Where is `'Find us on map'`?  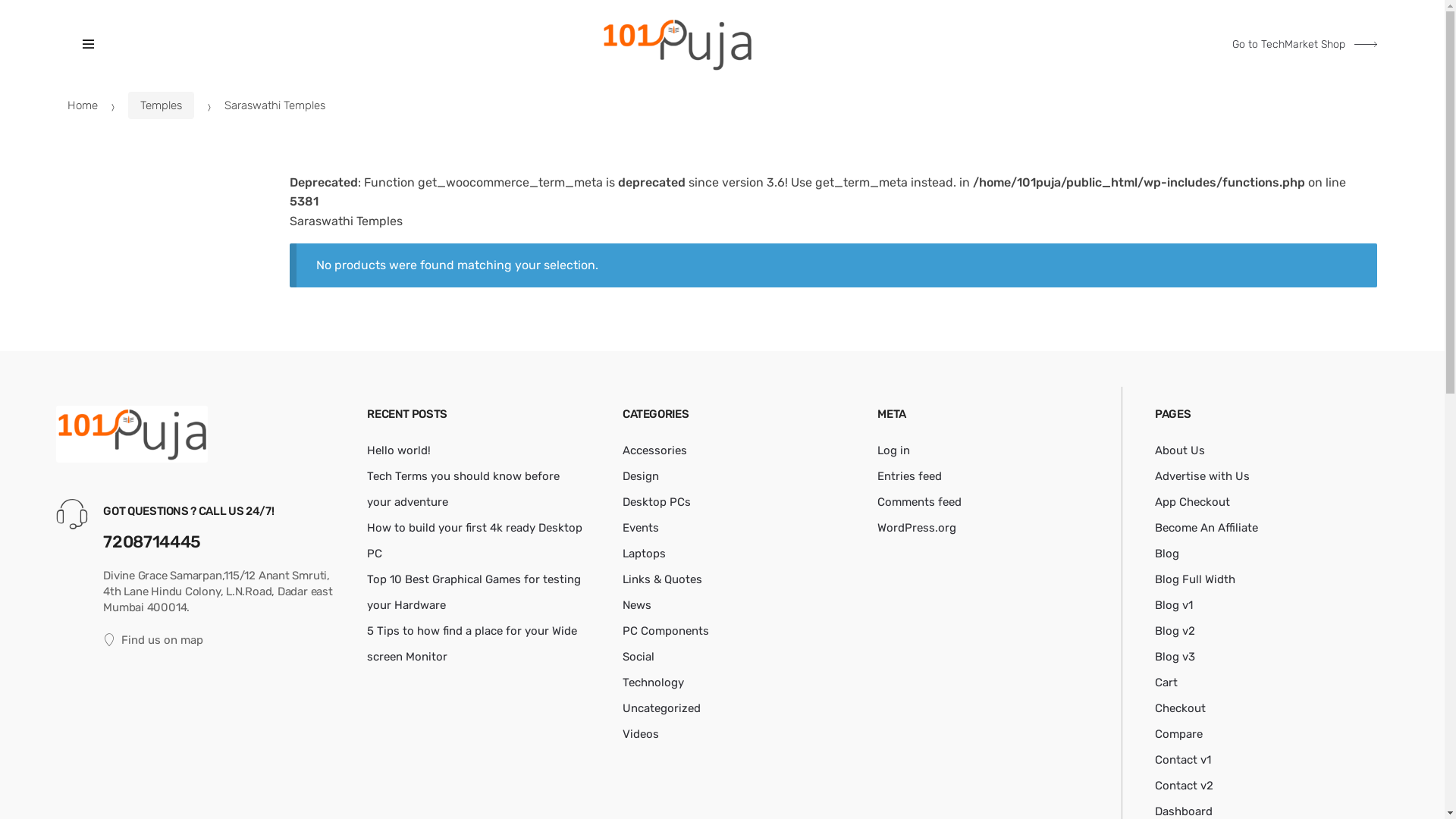
'Find us on map' is located at coordinates (222, 640).